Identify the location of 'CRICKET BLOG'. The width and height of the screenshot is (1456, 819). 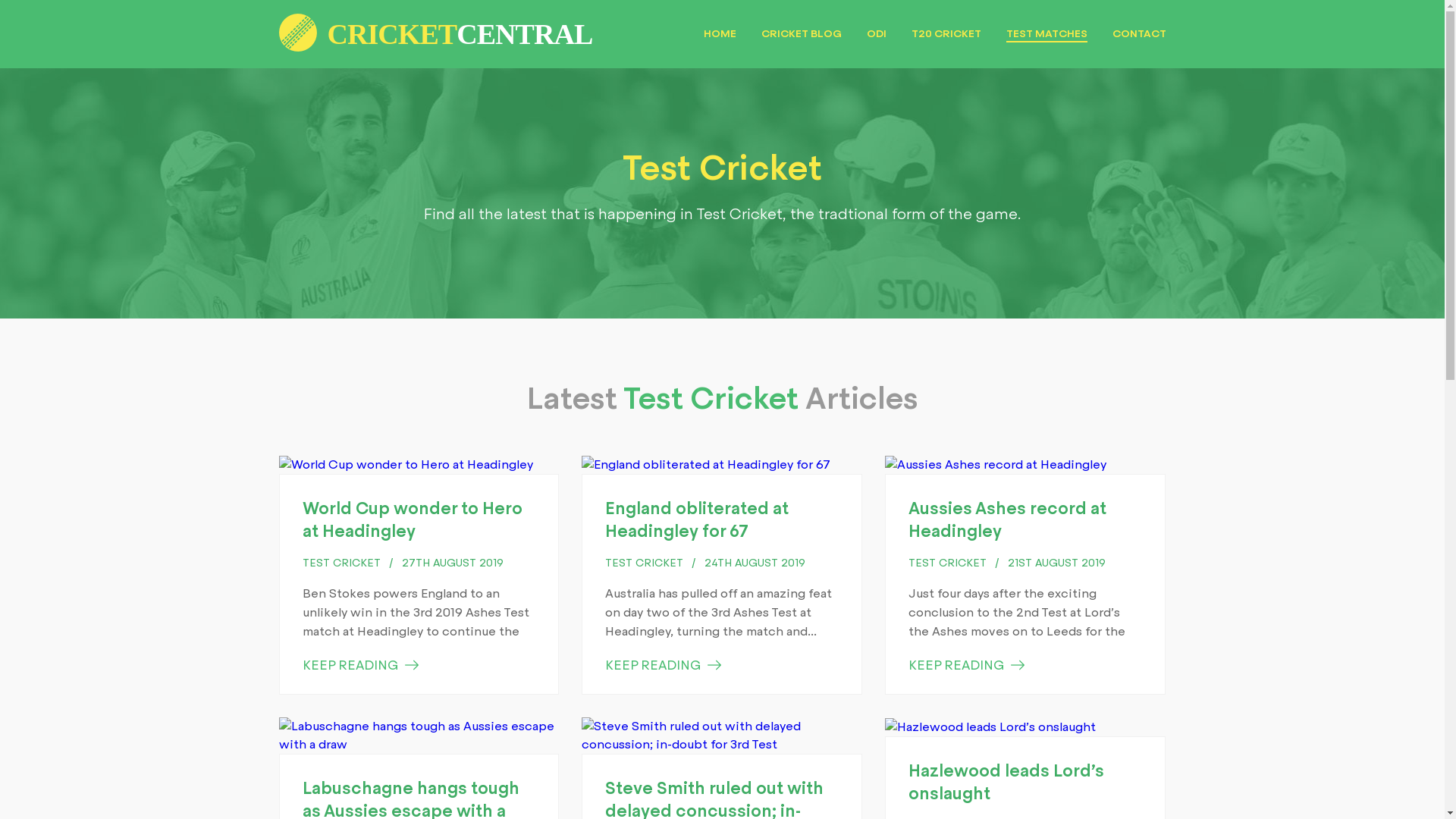
(761, 33).